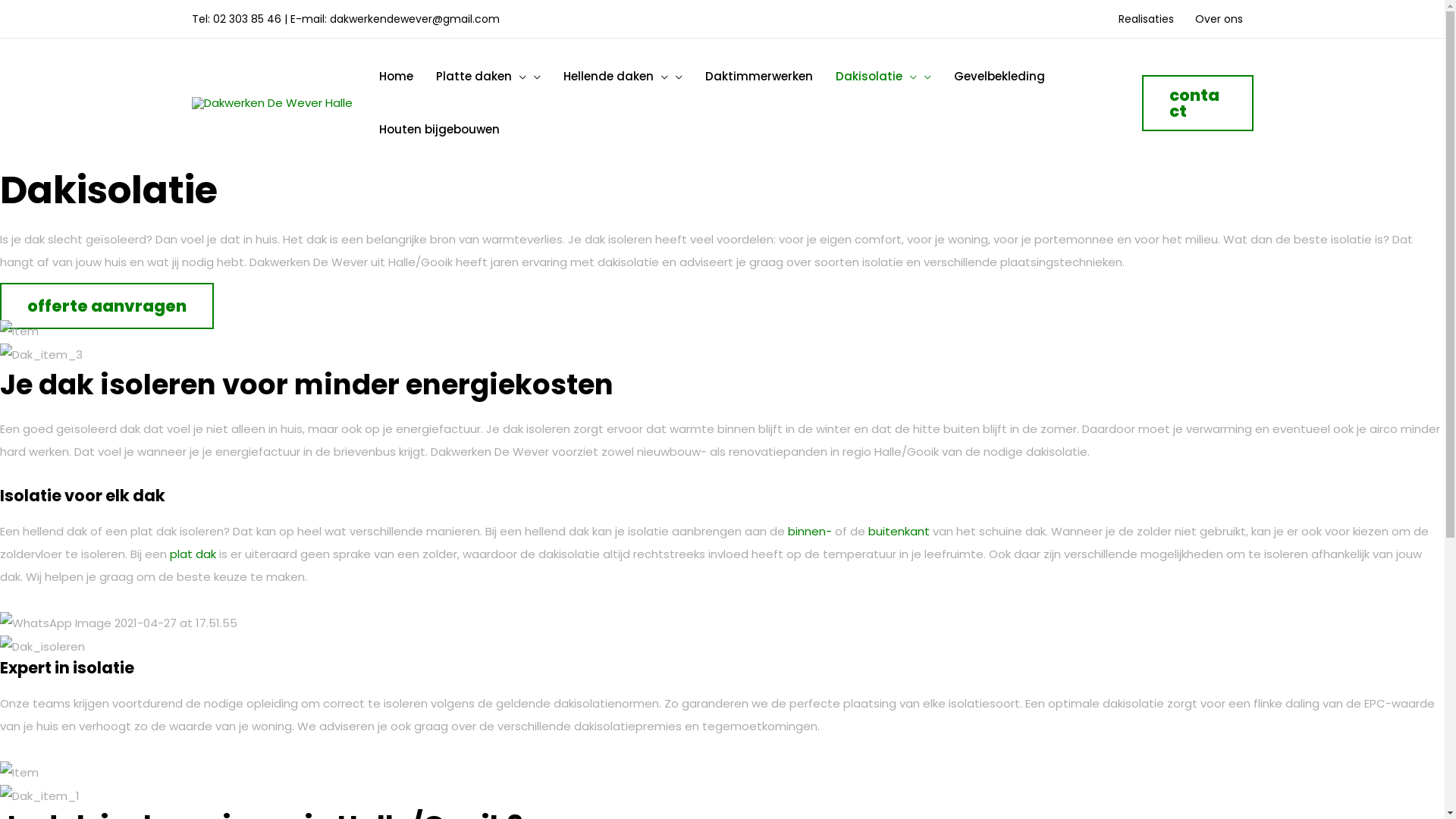 This screenshot has height=819, width=1456. I want to click on 'Item', so click(0, 330).